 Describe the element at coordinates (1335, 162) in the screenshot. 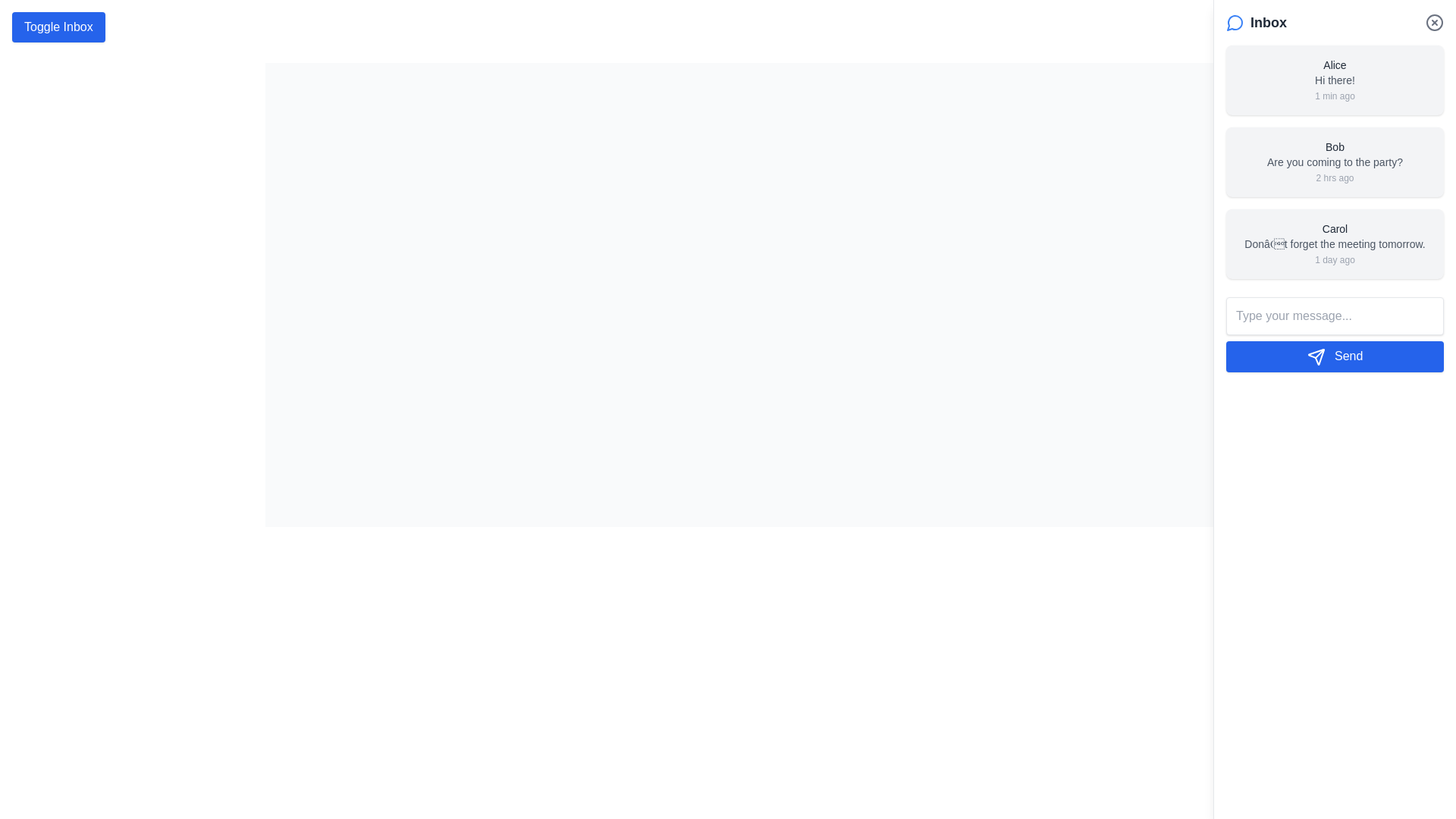

I see `chat message text displayed below the 'Bob' label and above the timestamp '2 hrs ago'` at that location.